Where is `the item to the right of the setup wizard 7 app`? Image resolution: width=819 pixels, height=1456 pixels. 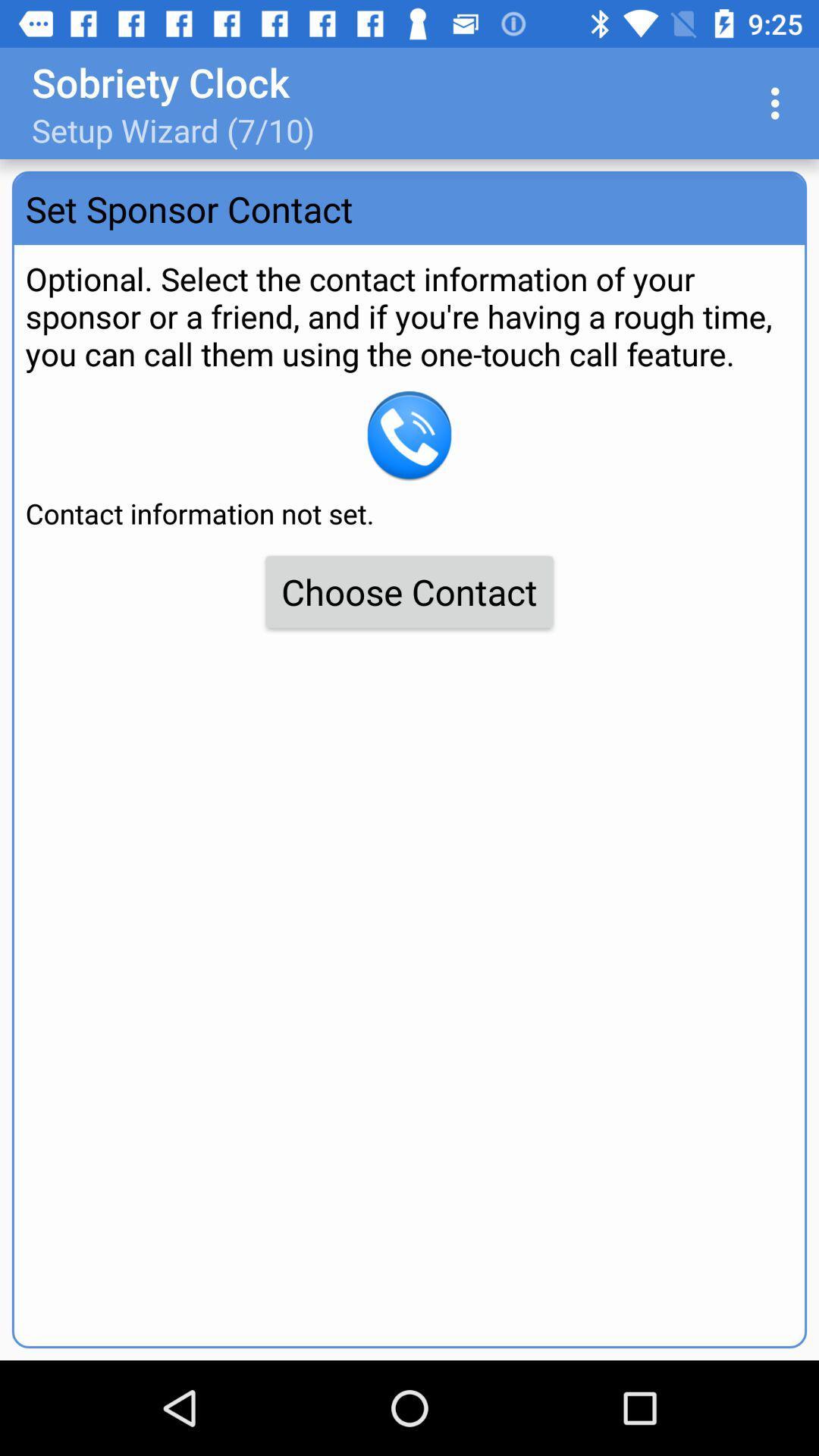
the item to the right of the setup wizard 7 app is located at coordinates (779, 102).